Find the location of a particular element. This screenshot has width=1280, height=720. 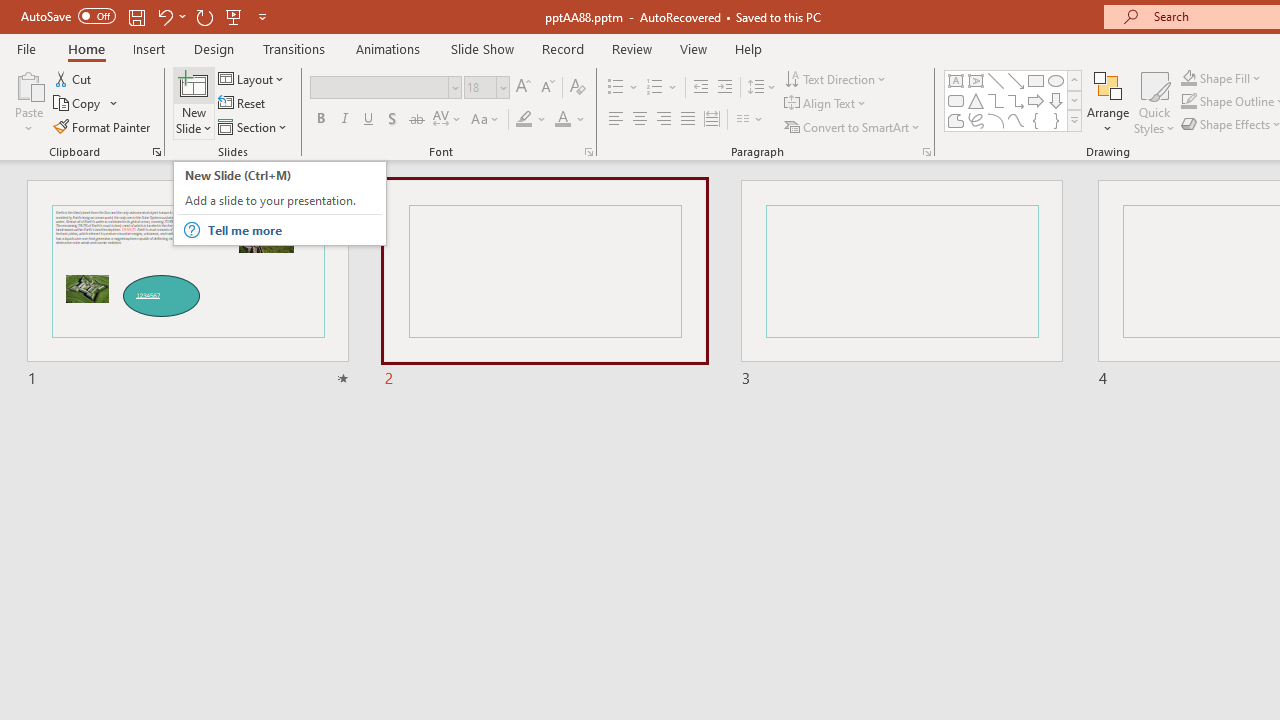

'Shape Outline Teal, Accent 1' is located at coordinates (1189, 101).